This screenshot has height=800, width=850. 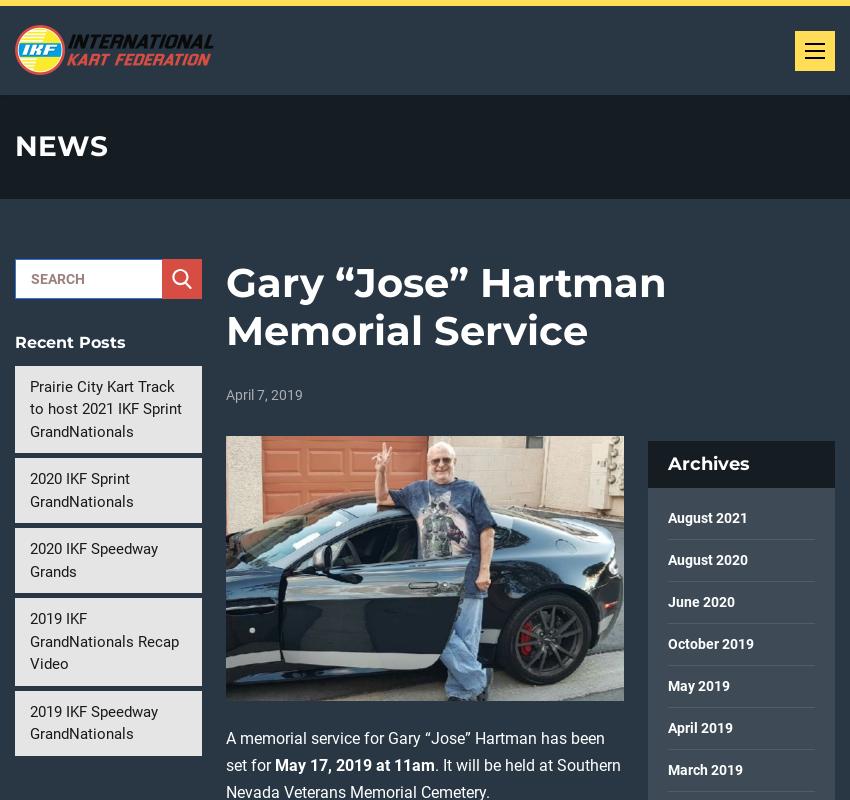 I want to click on 'April 7, 2019', so click(x=263, y=393).